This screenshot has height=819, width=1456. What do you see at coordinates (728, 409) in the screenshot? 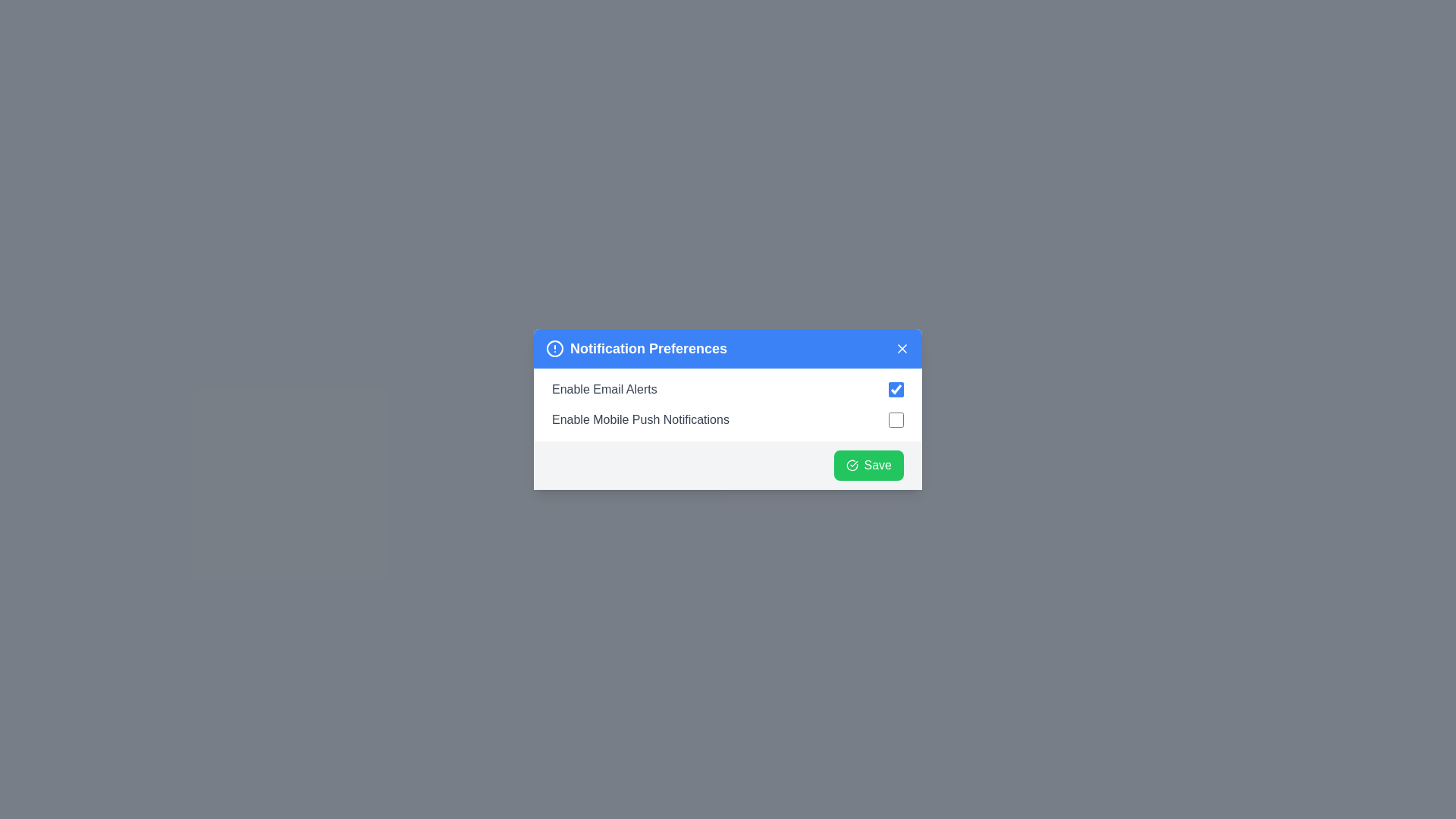
I see `the checkbox labeled 'Enable Mobile Push Notifications'` at bounding box center [728, 409].